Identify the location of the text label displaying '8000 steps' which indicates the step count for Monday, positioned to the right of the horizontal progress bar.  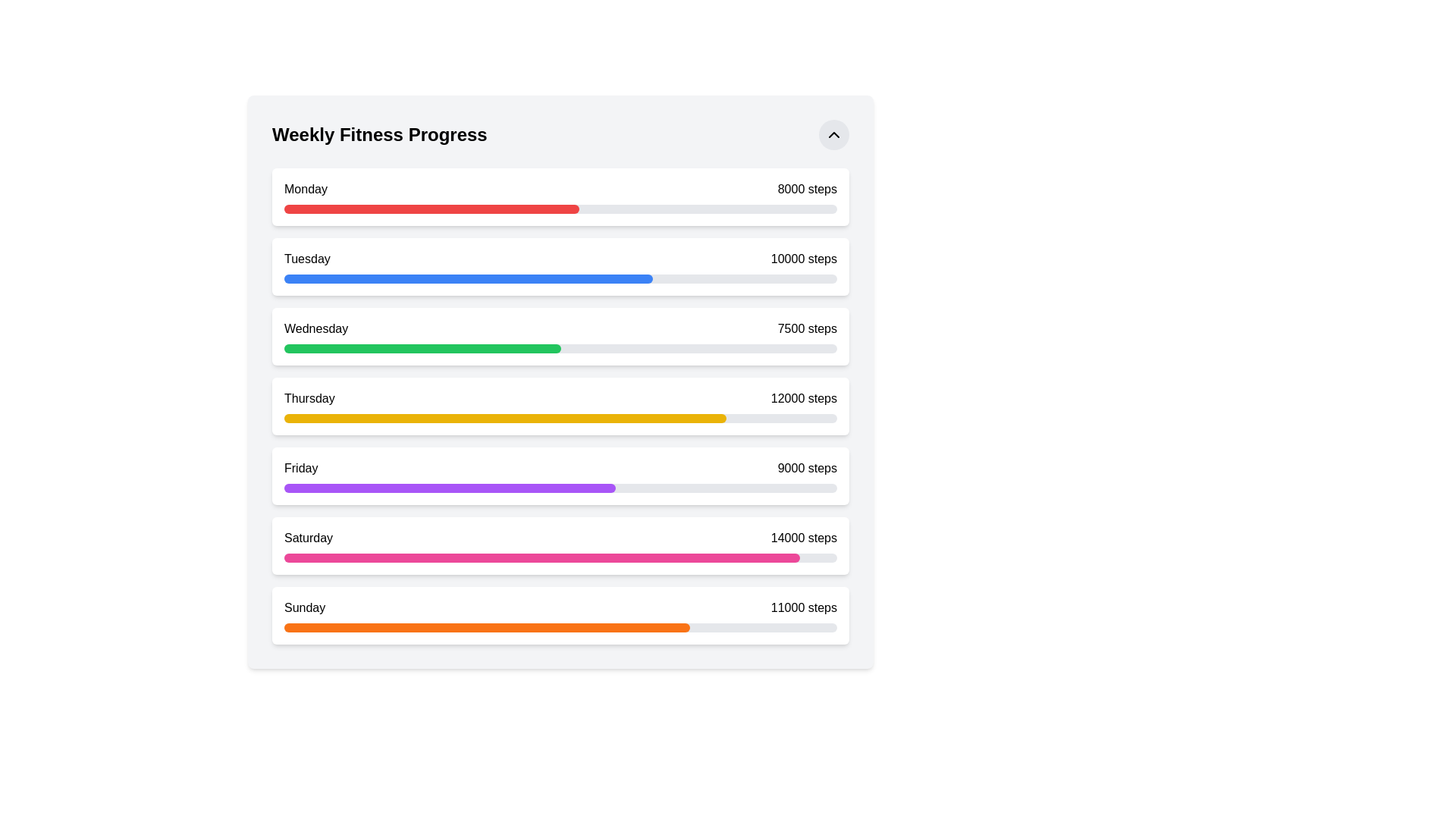
(806, 189).